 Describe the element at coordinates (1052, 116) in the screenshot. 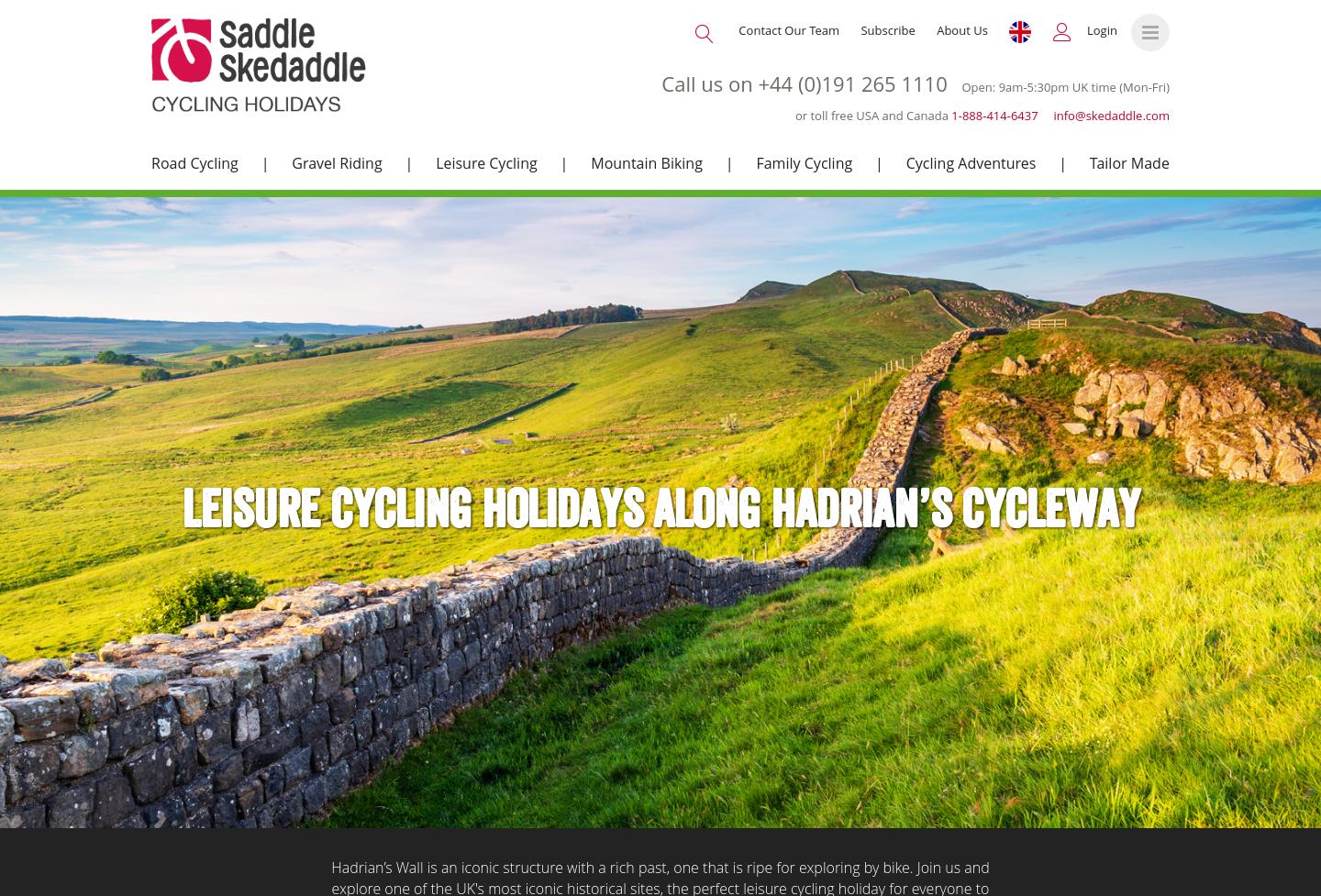

I see `'info@skedaddle.com'` at that location.